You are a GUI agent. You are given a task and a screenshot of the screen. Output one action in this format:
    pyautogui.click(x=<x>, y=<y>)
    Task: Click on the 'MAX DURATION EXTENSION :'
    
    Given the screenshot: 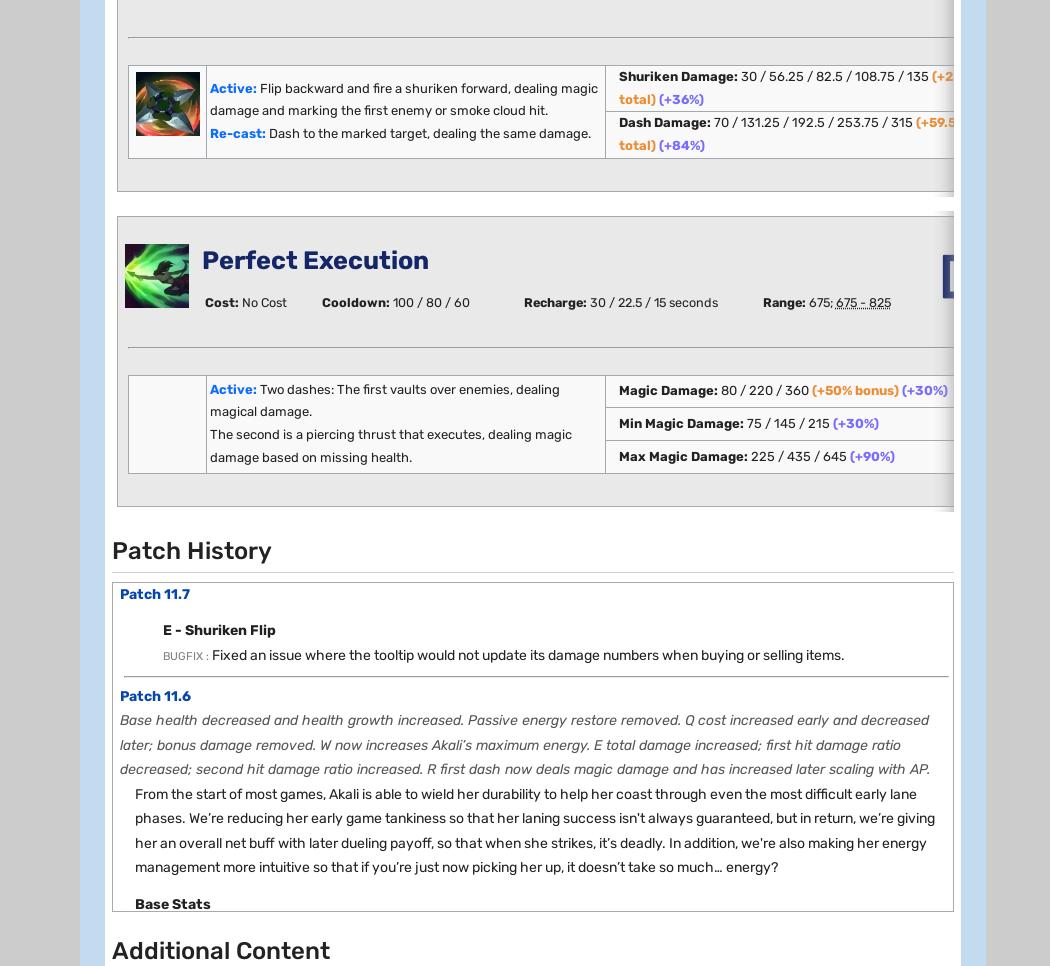 What is the action you would take?
    pyautogui.click(x=238, y=576)
    